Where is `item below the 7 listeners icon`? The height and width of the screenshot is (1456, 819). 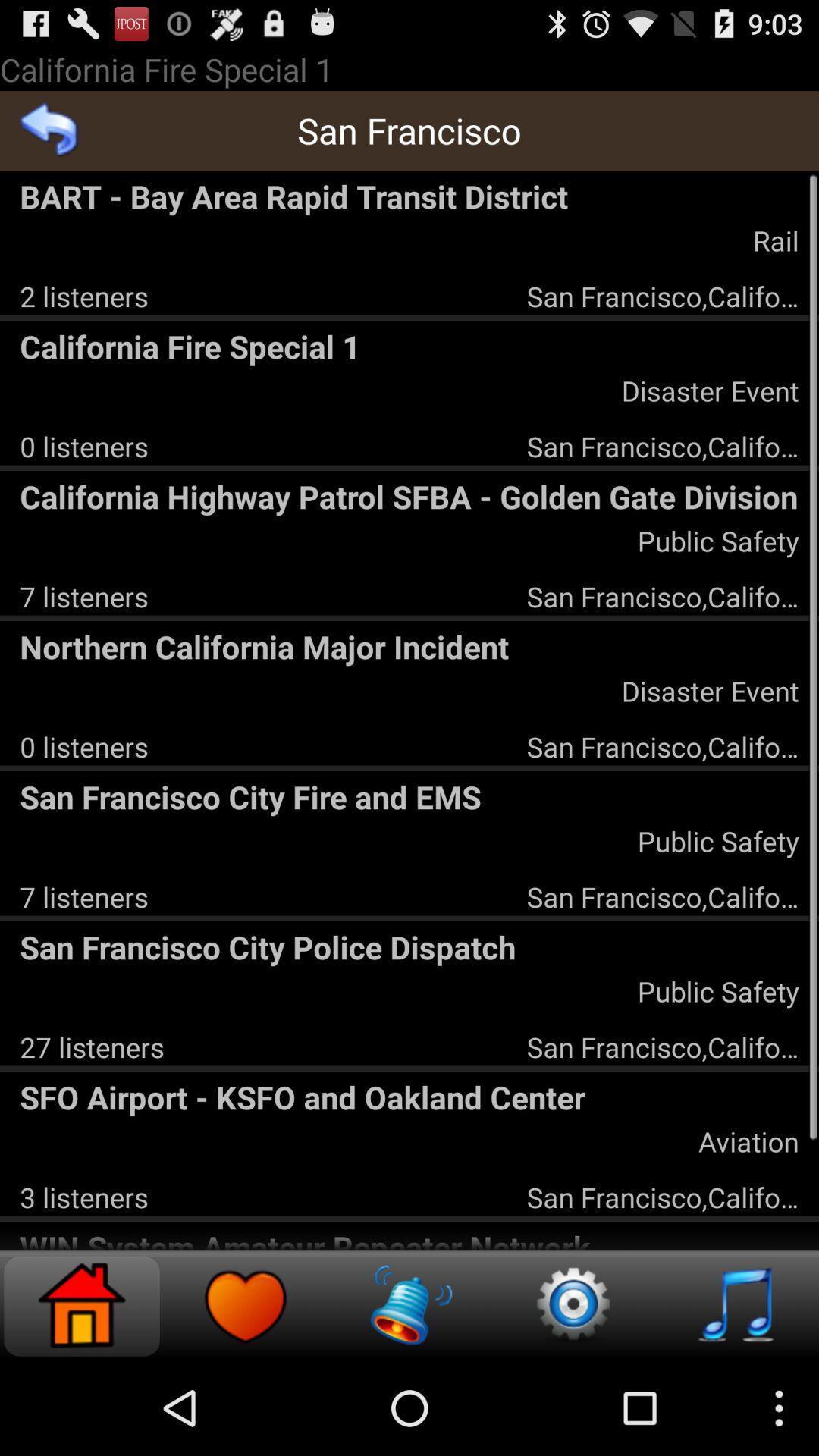
item below the 7 listeners icon is located at coordinates (409, 646).